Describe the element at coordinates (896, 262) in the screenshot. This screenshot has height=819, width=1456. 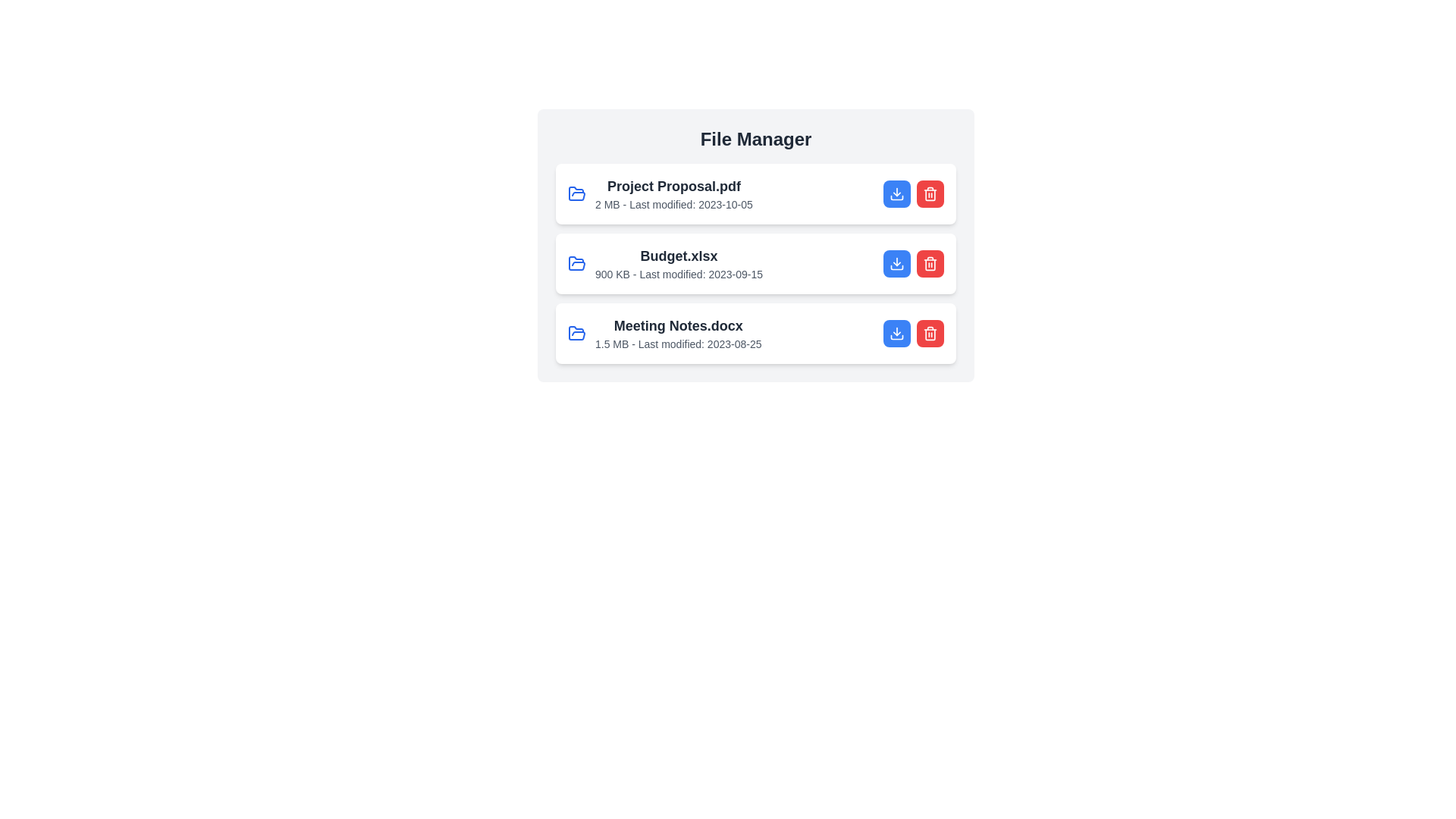
I see `download button for the file named Budget.xlsx` at that location.